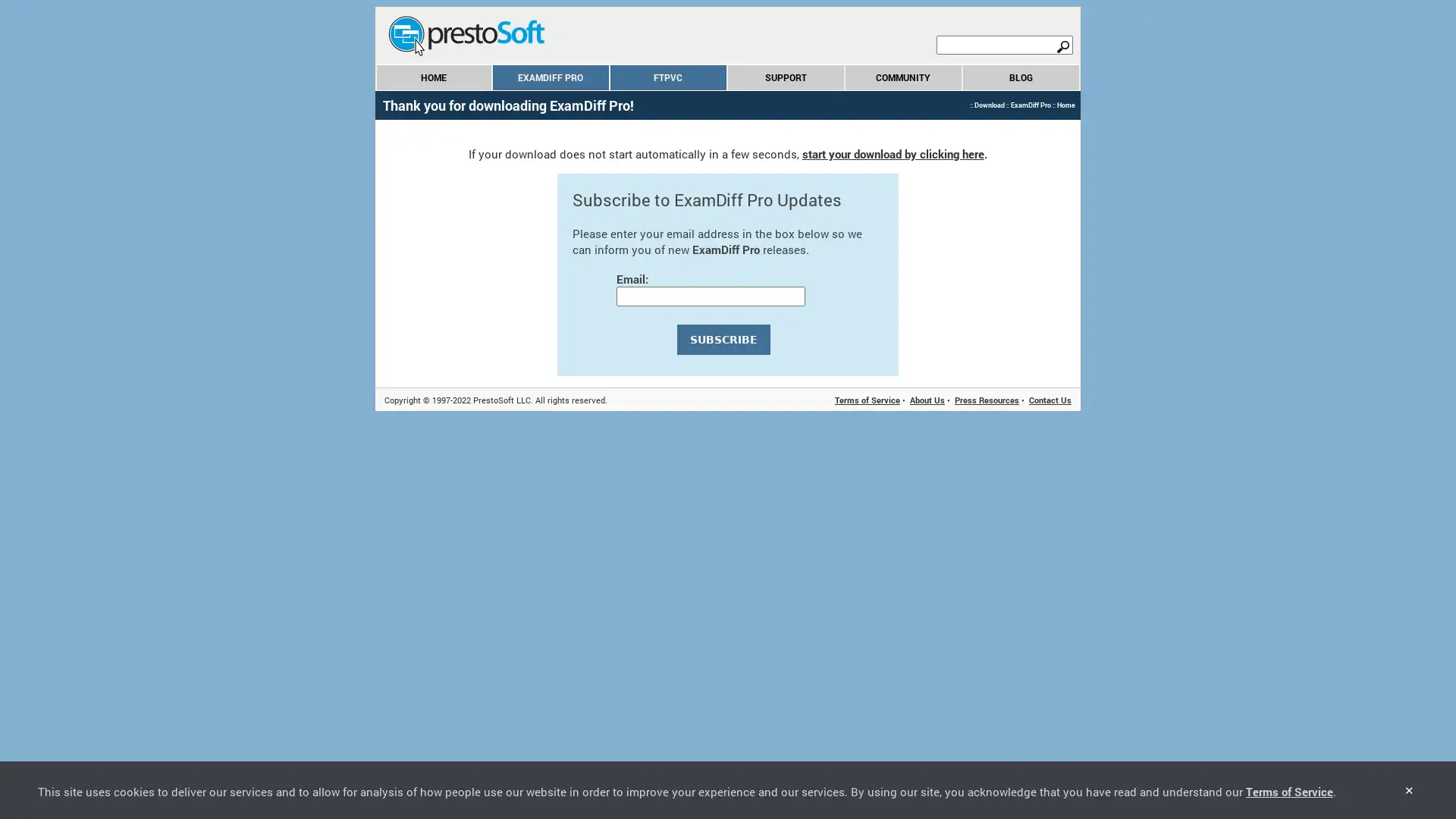  Describe the element at coordinates (722, 338) in the screenshot. I see `SUBSCRIBE` at that location.